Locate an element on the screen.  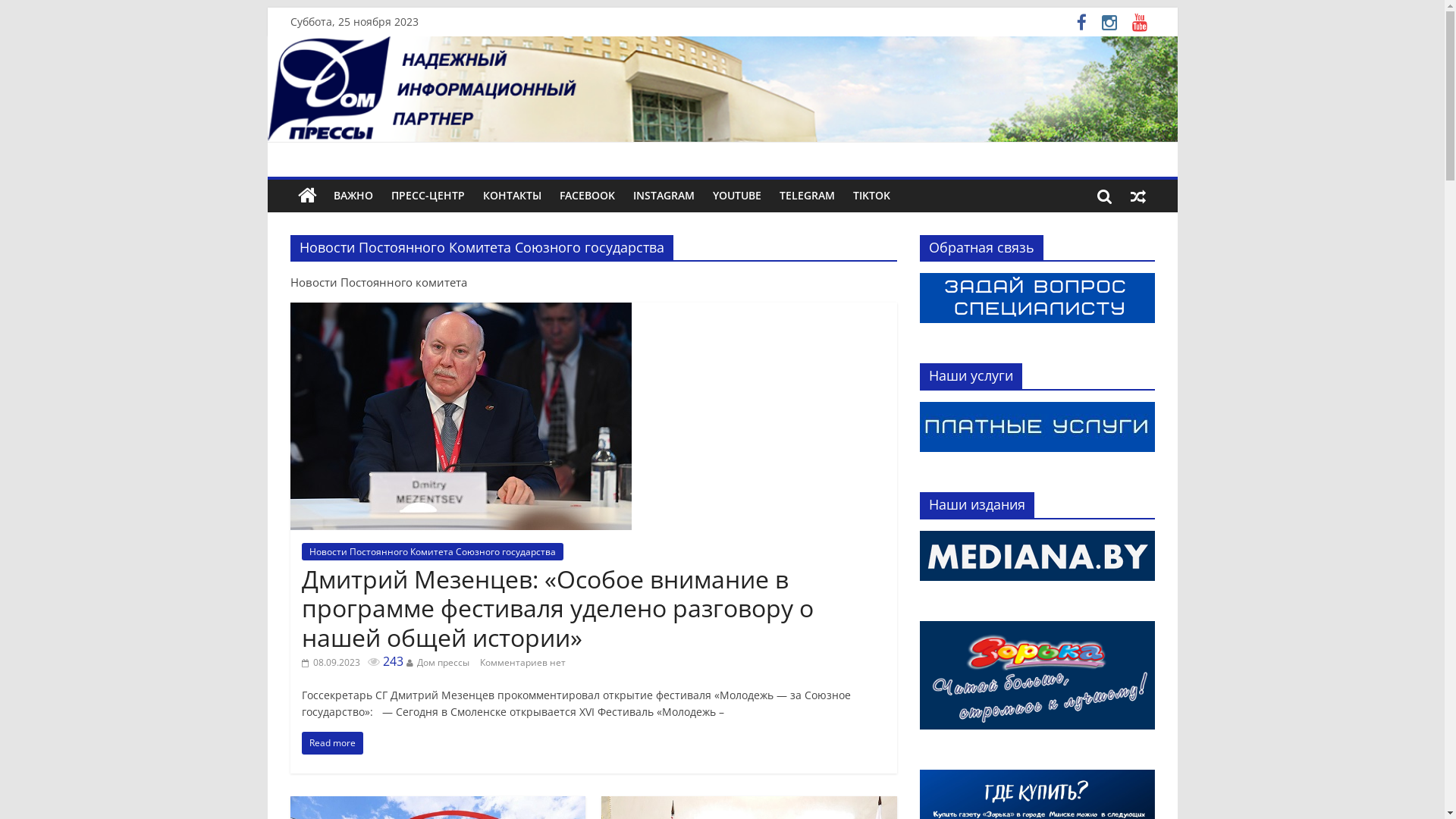
'INSTAGRAM' is located at coordinates (663, 195).